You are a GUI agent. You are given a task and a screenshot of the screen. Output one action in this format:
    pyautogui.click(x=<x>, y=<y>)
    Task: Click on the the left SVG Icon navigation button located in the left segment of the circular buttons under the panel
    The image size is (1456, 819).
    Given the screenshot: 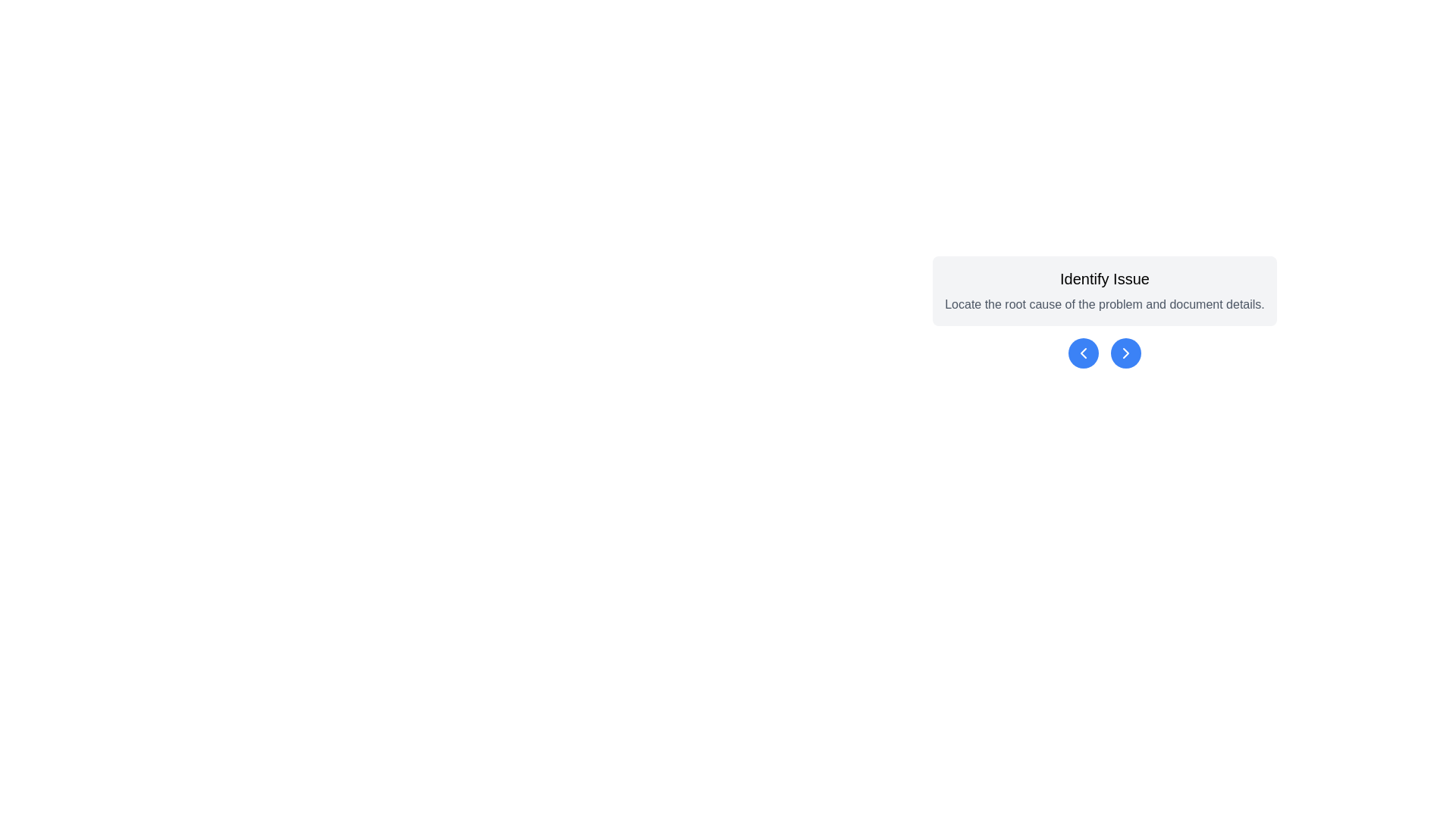 What is the action you would take?
    pyautogui.click(x=1083, y=353)
    